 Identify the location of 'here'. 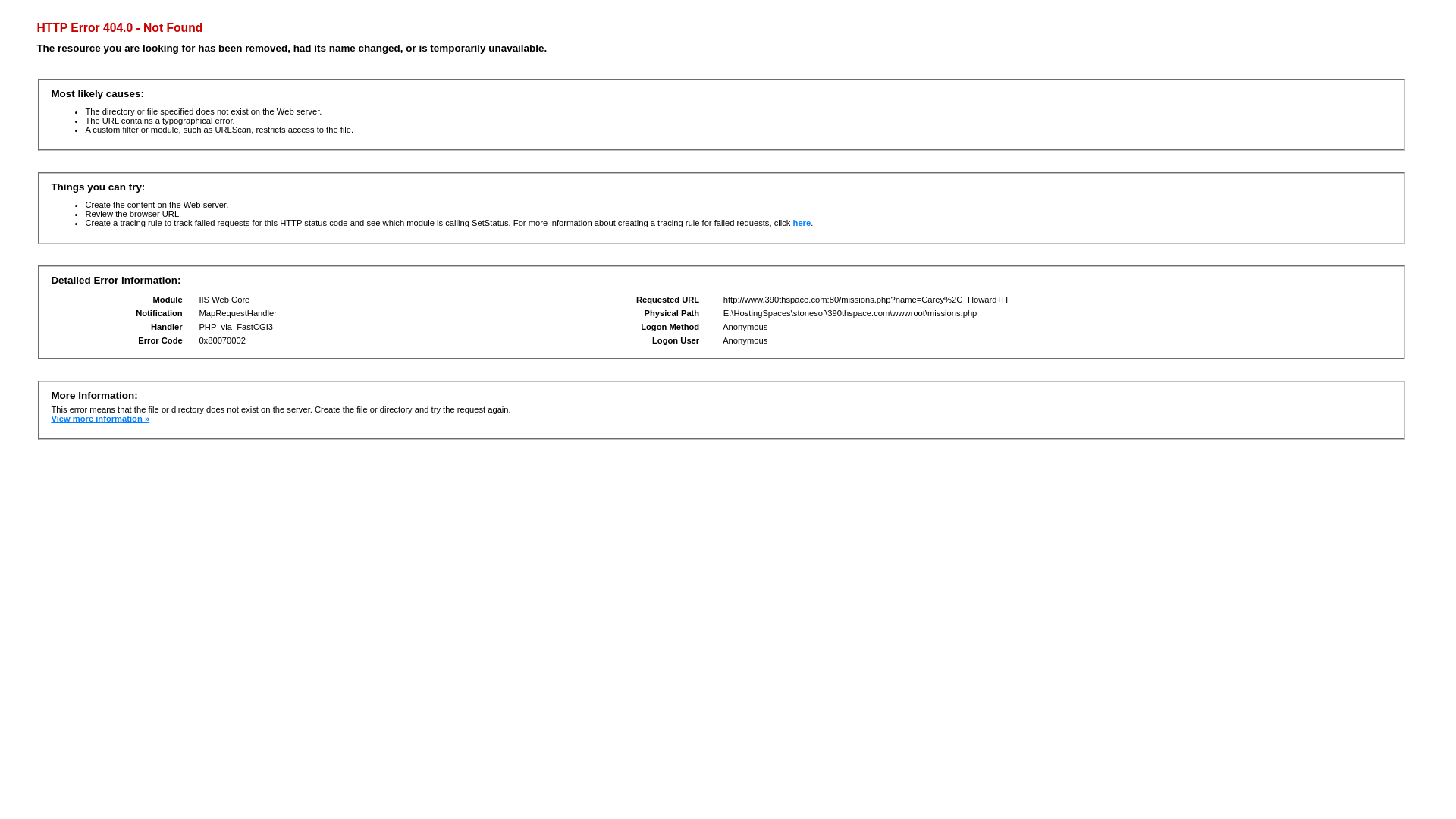
(792, 222).